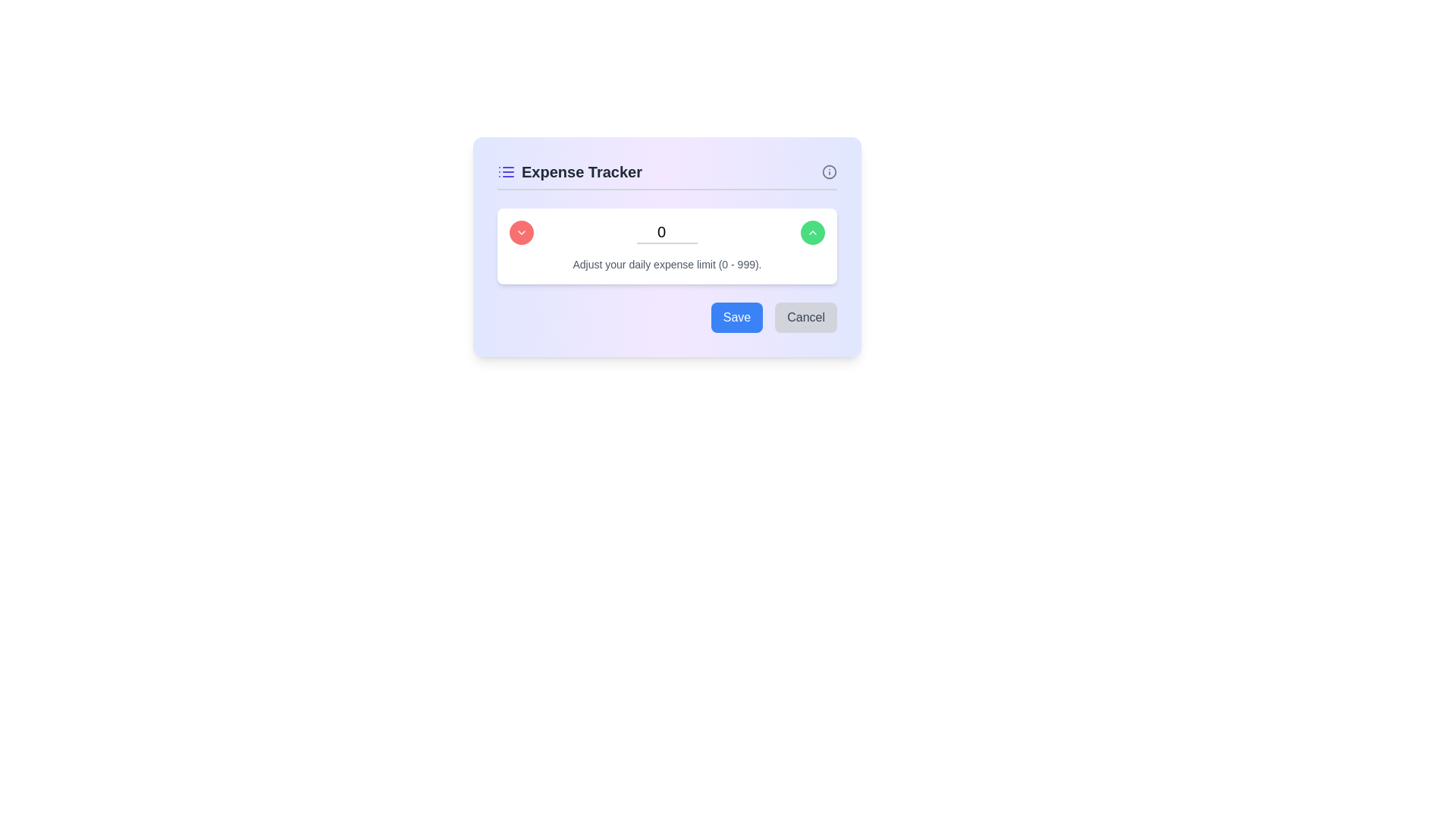  Describe the element at coordinates (521, 233) in the screenshot. I see `the decrement button located at the leftmost position among three sibling elements in the white bordered section of the form` at that location.